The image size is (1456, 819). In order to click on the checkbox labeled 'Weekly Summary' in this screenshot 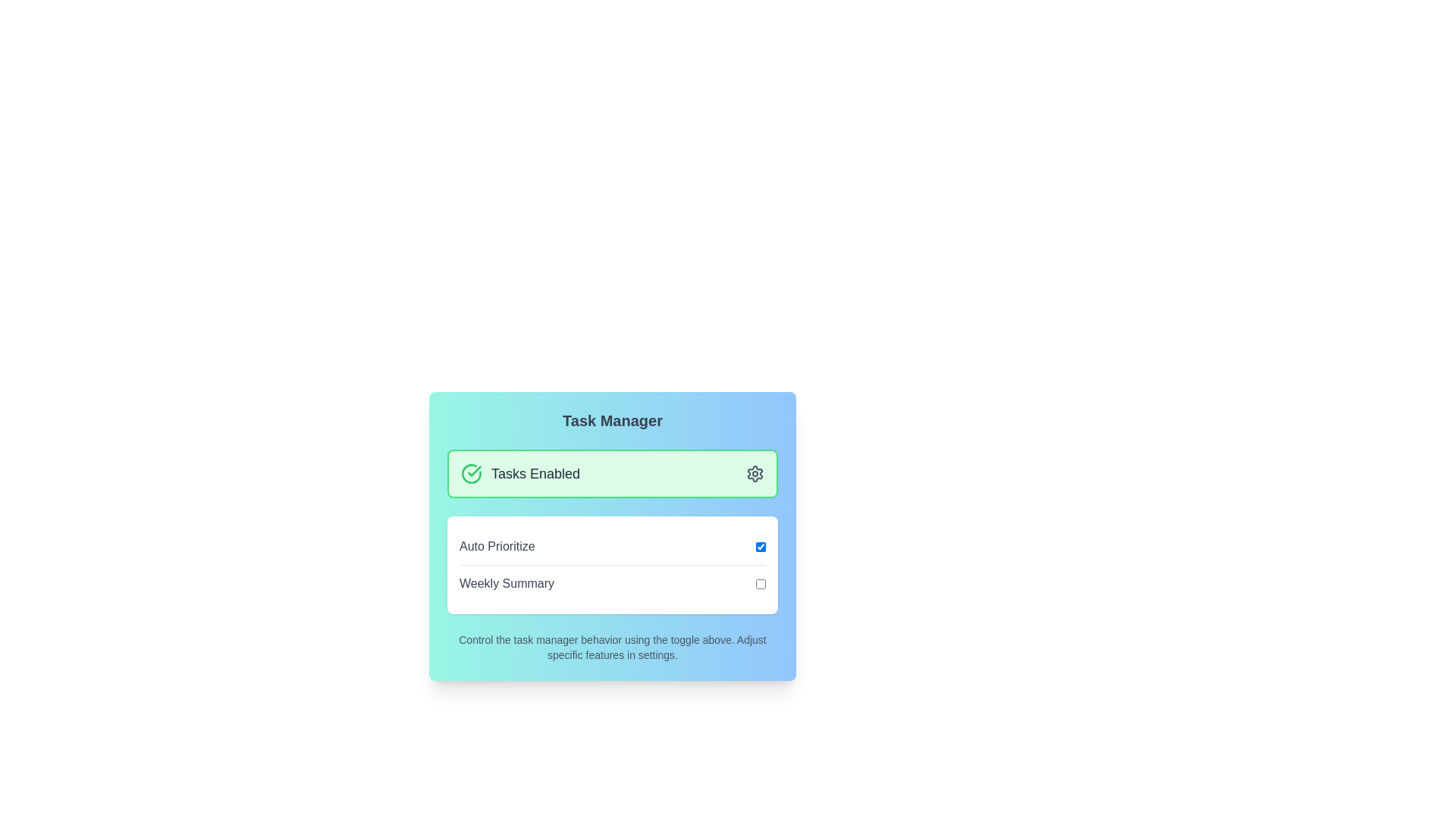, I will do `click(612, 582)`.